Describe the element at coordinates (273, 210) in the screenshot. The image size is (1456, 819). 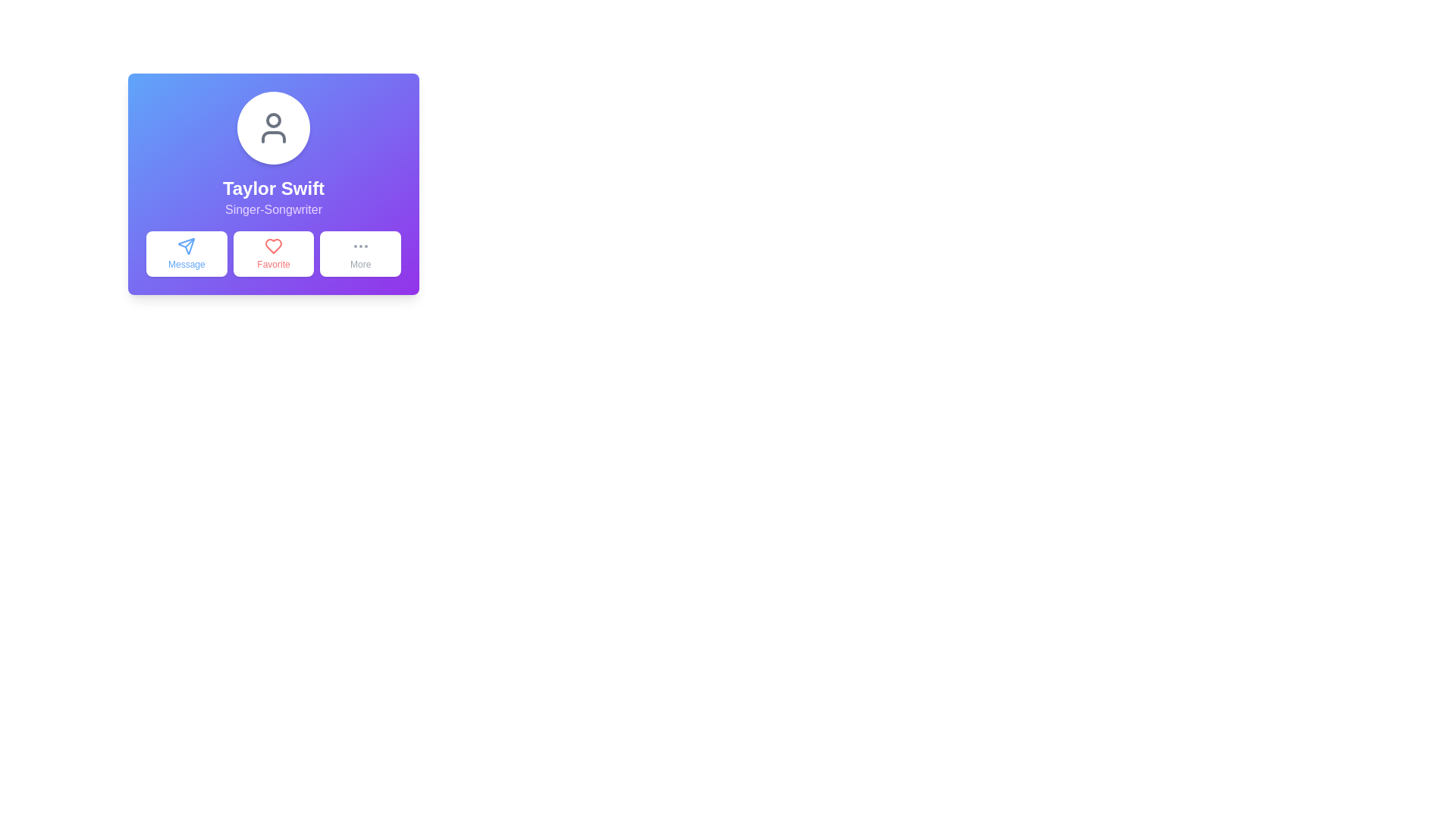
I see `the text label reading 'Singer-Songwriter' in light purple color, located at the bottom of the header section of the profile card` at that location.